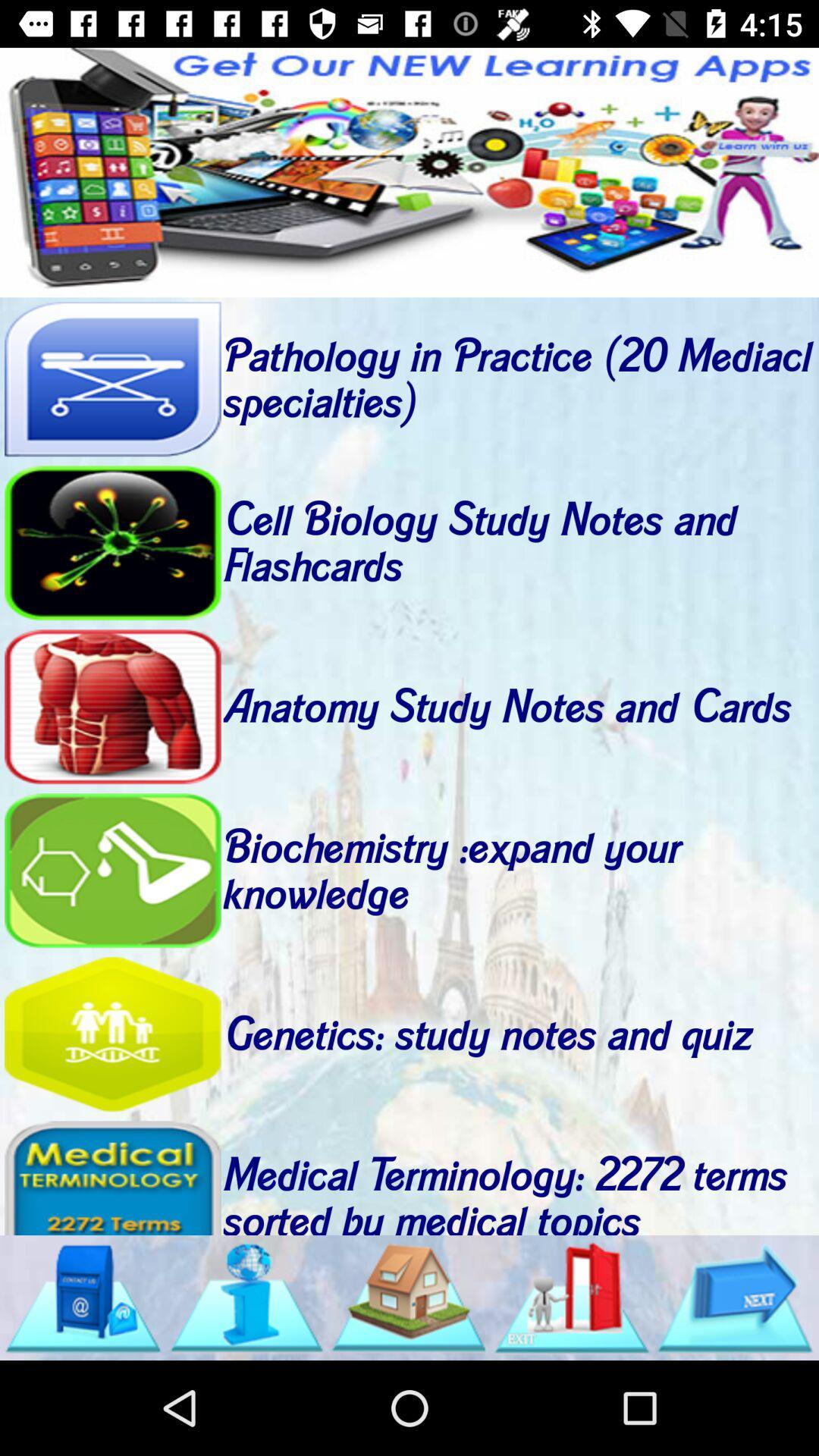 Image resolution: width=819 pixels, height=1456 pixels. Describe the element at coordinates (572, 1297) in the screenshot. I see `click image` at that location.